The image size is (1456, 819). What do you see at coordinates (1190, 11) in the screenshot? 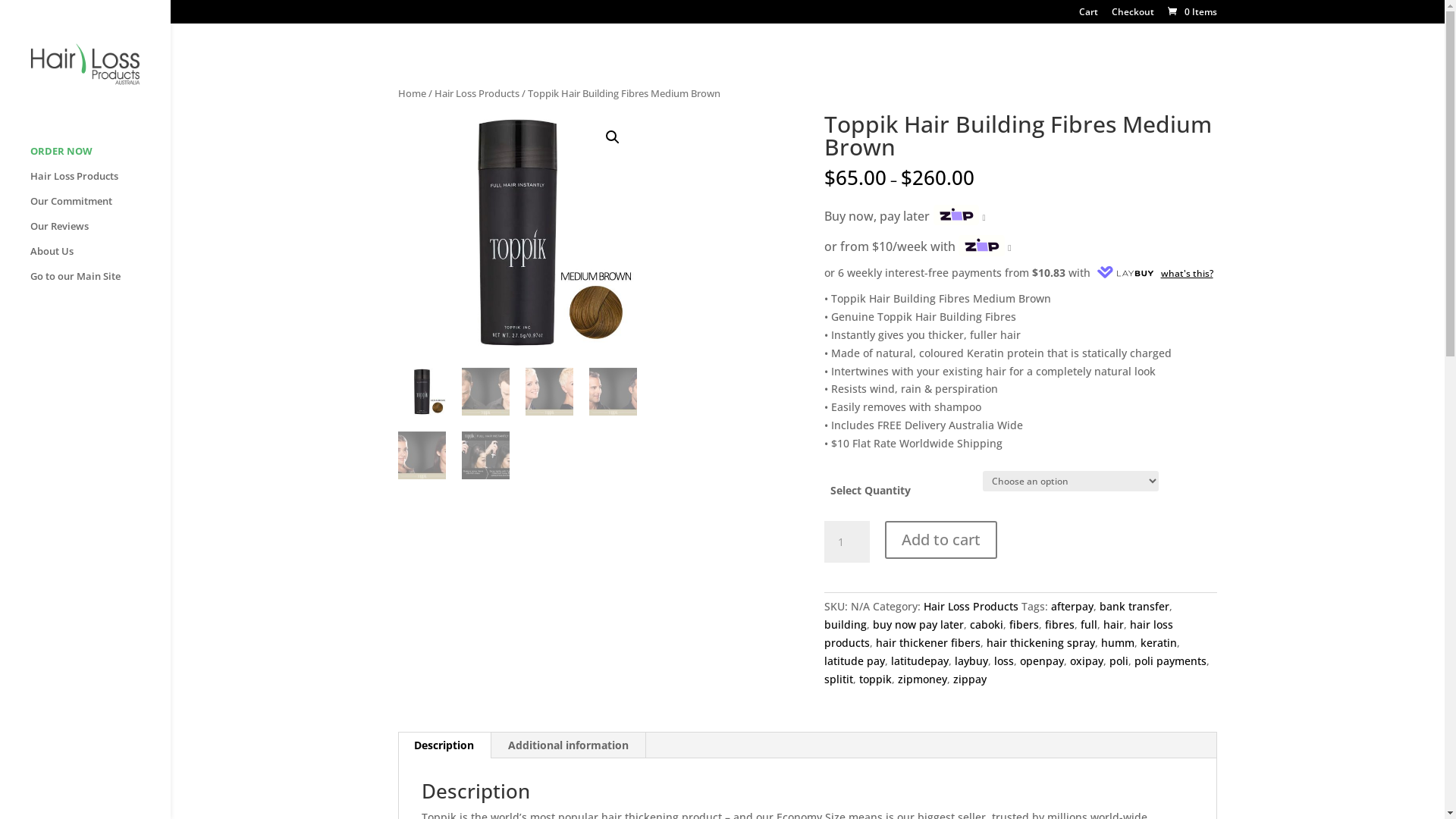
I see `'0 Items'` at bounding box center [1190, 11].